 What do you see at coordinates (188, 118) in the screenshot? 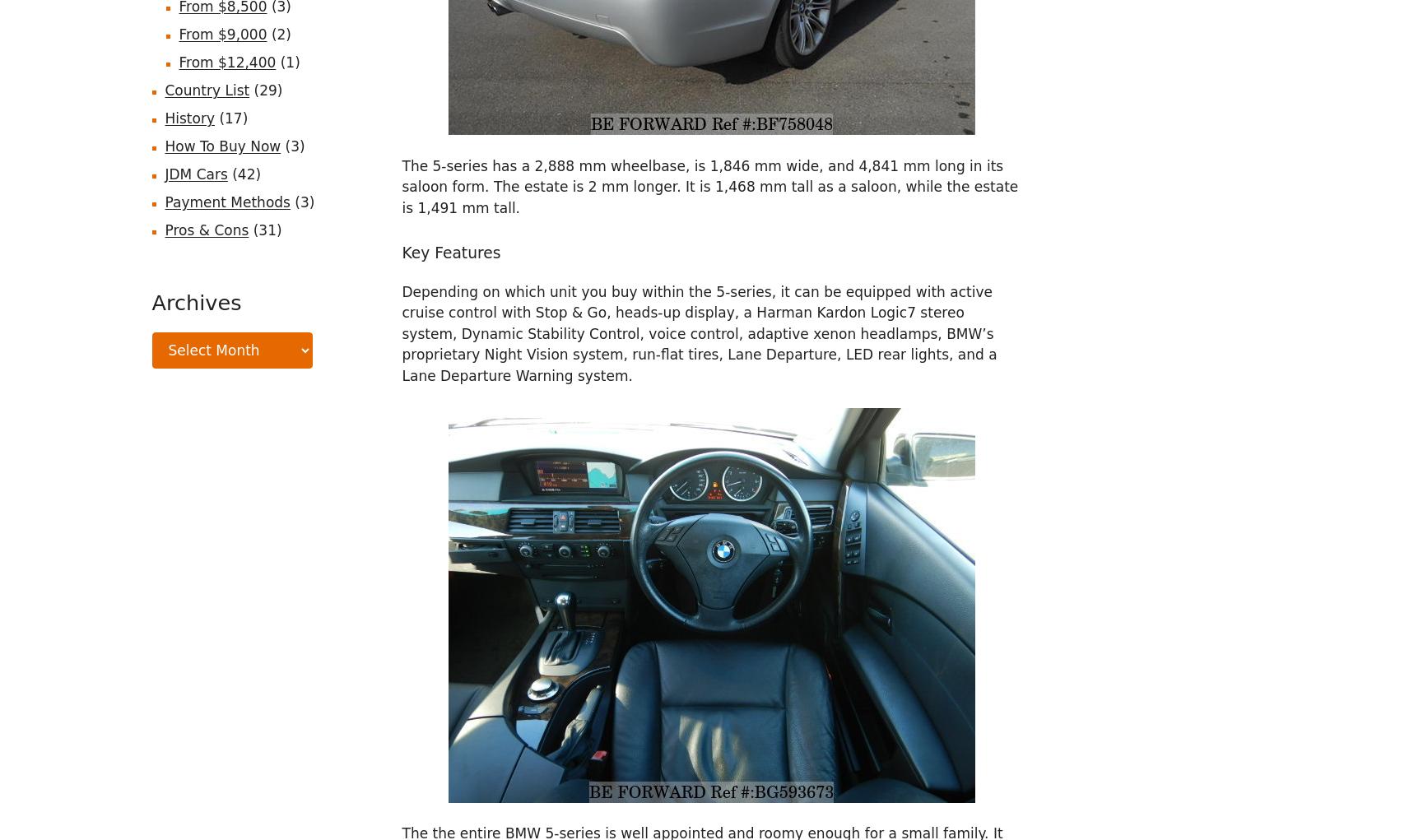
I see `'History'` at bounding box center [188, 118].